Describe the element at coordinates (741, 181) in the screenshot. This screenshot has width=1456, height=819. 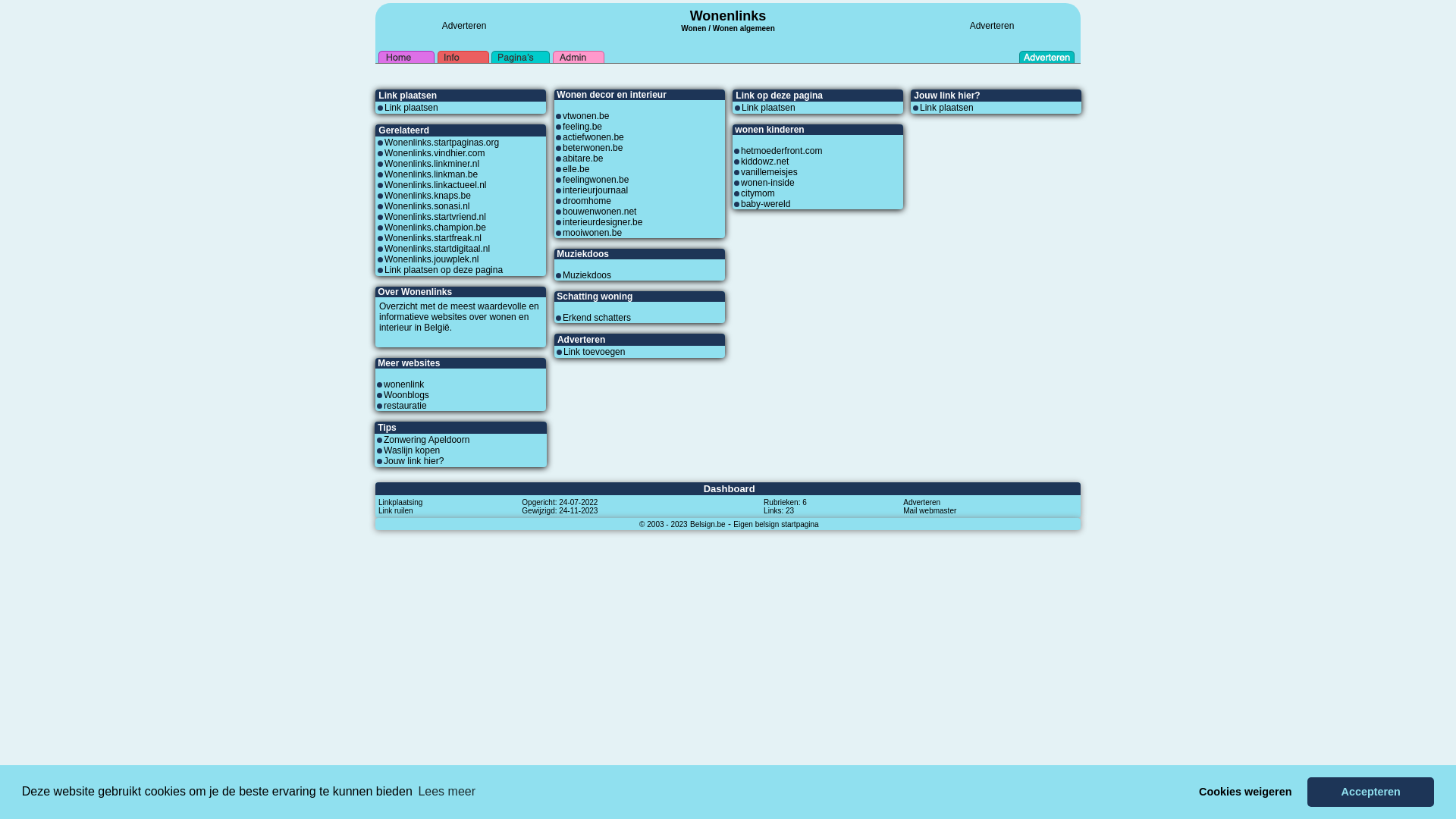
I see `'wonen-inside'` at that location.